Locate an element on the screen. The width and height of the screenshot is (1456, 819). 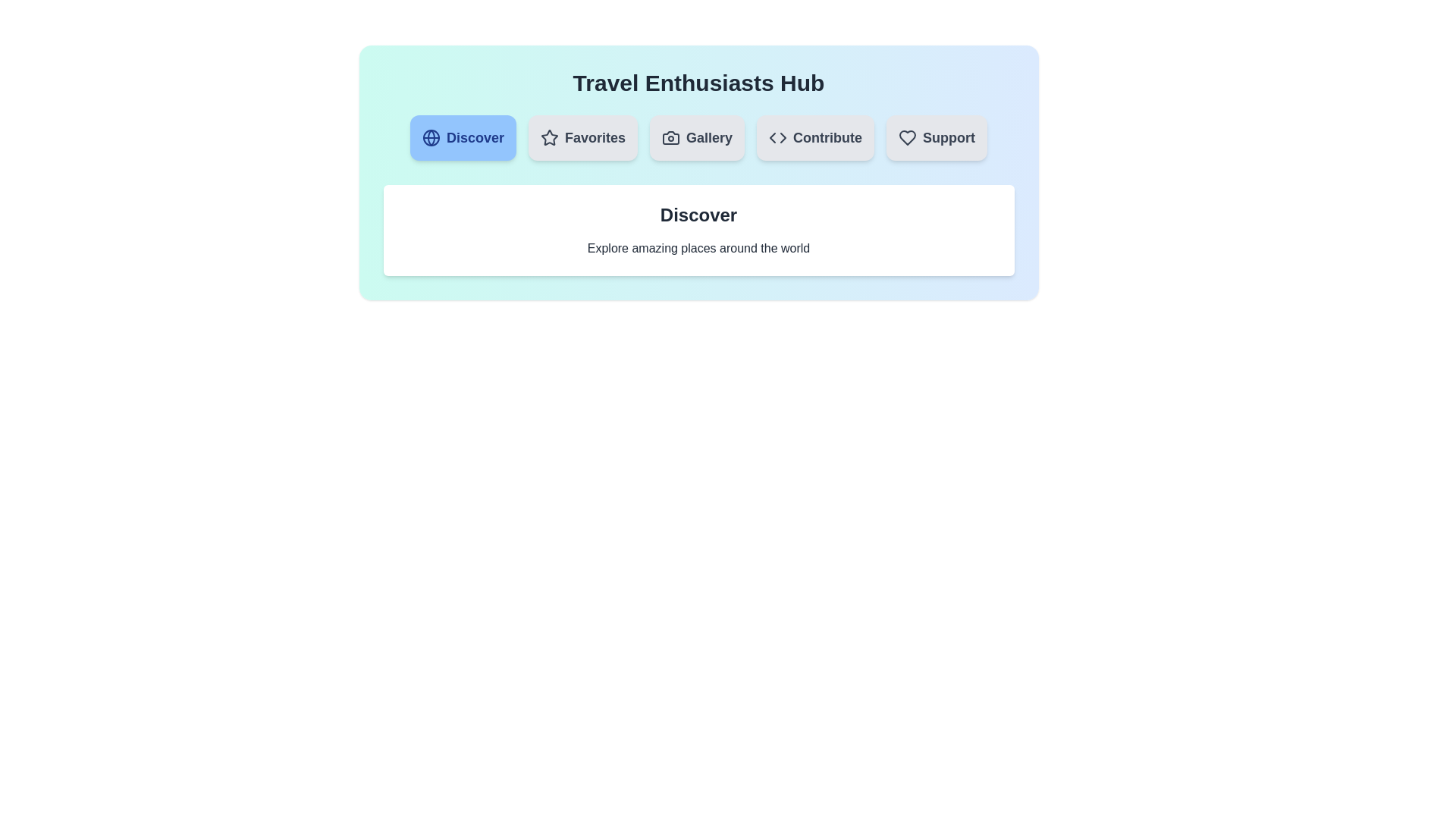
the navigation bar located just under the title header 'Travel Enthusiasts Hub' is located at coordinates (698, 137).